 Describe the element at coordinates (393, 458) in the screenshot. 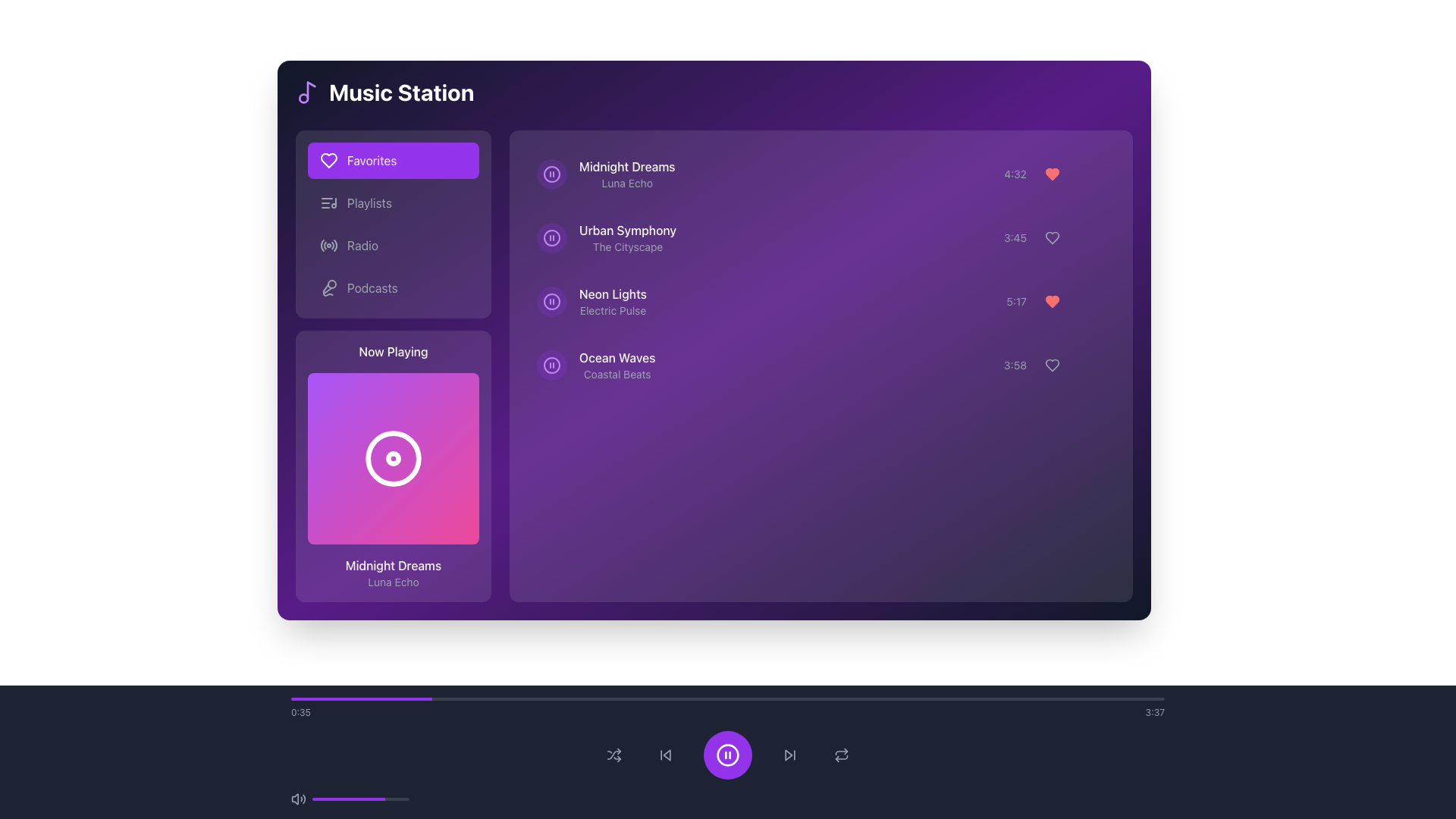

I see `the disc icon representing the currently playing track, which is centrally located above the text label 'Midnight Dreams' within the 'Now Playing' card` at that location.